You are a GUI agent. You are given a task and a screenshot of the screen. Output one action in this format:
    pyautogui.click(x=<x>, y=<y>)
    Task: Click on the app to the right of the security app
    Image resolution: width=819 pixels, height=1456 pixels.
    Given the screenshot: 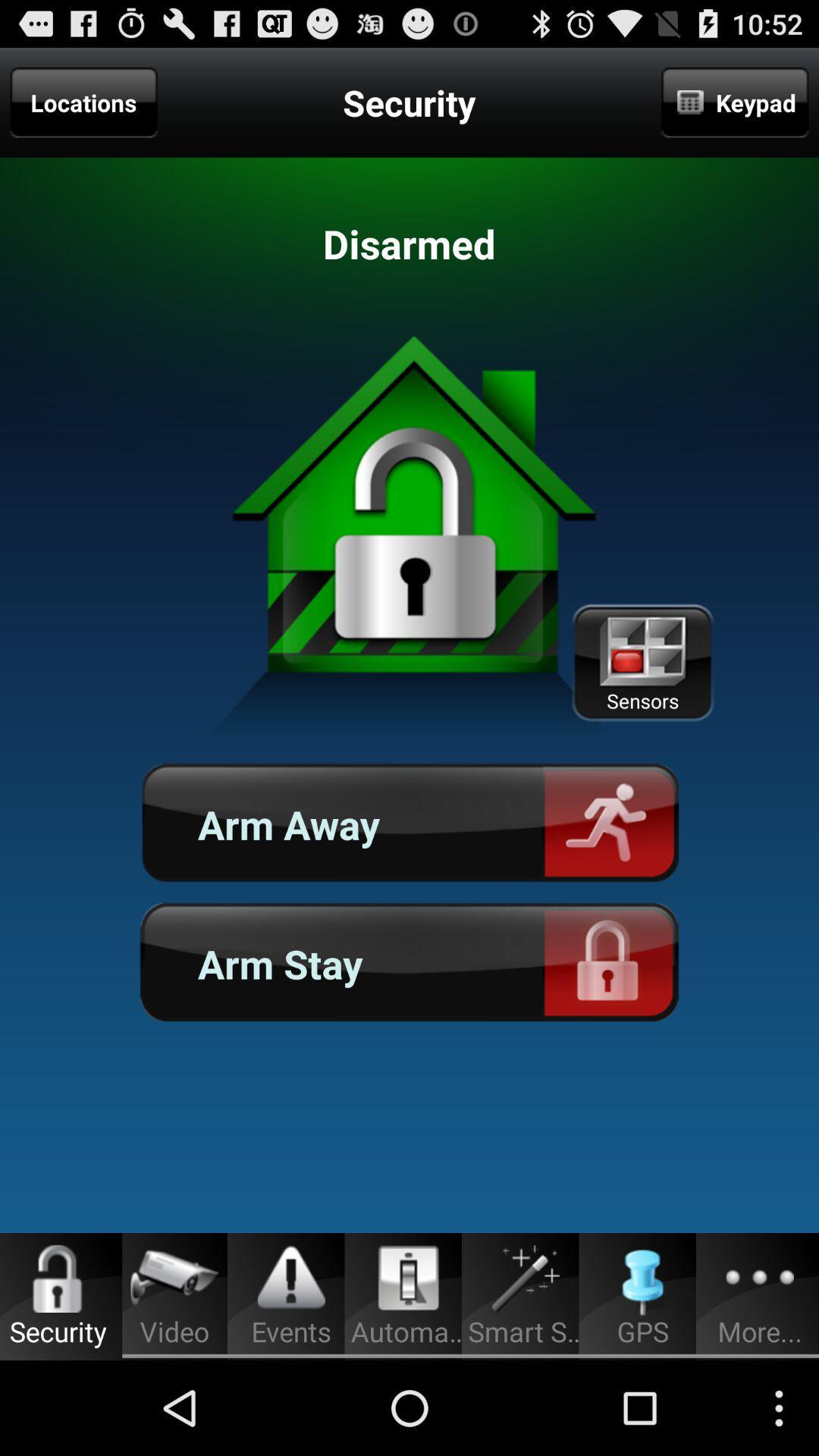 What is the action you would take?
    pyautogui.click(x=734, y=102)
    